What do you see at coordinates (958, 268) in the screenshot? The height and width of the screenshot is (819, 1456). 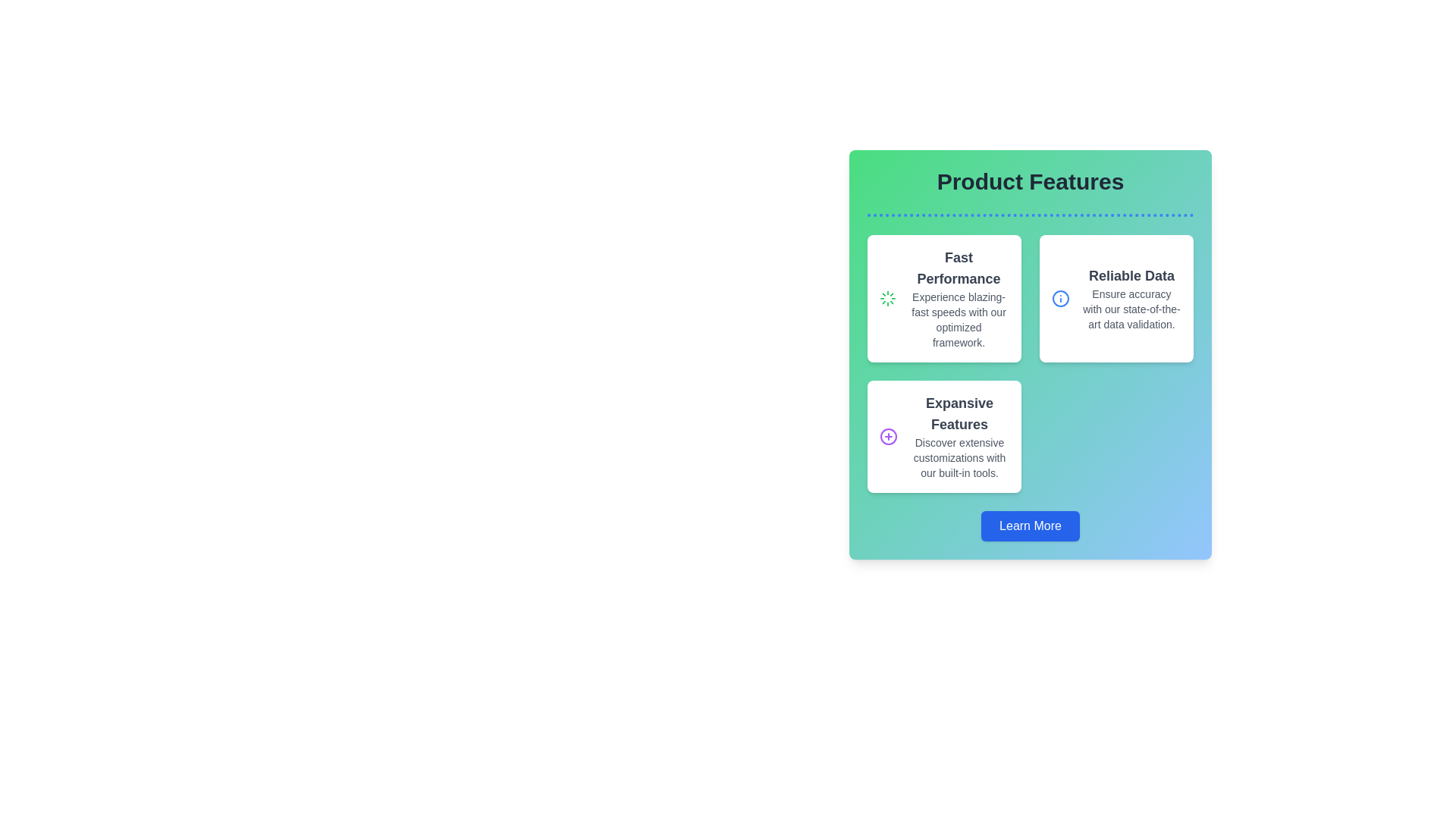 I see `the Label displaying 'Fast Performance' in bold, large gray text, located at the top center of the first card under the 'Product Features' section` at bounding box center [958, 268].